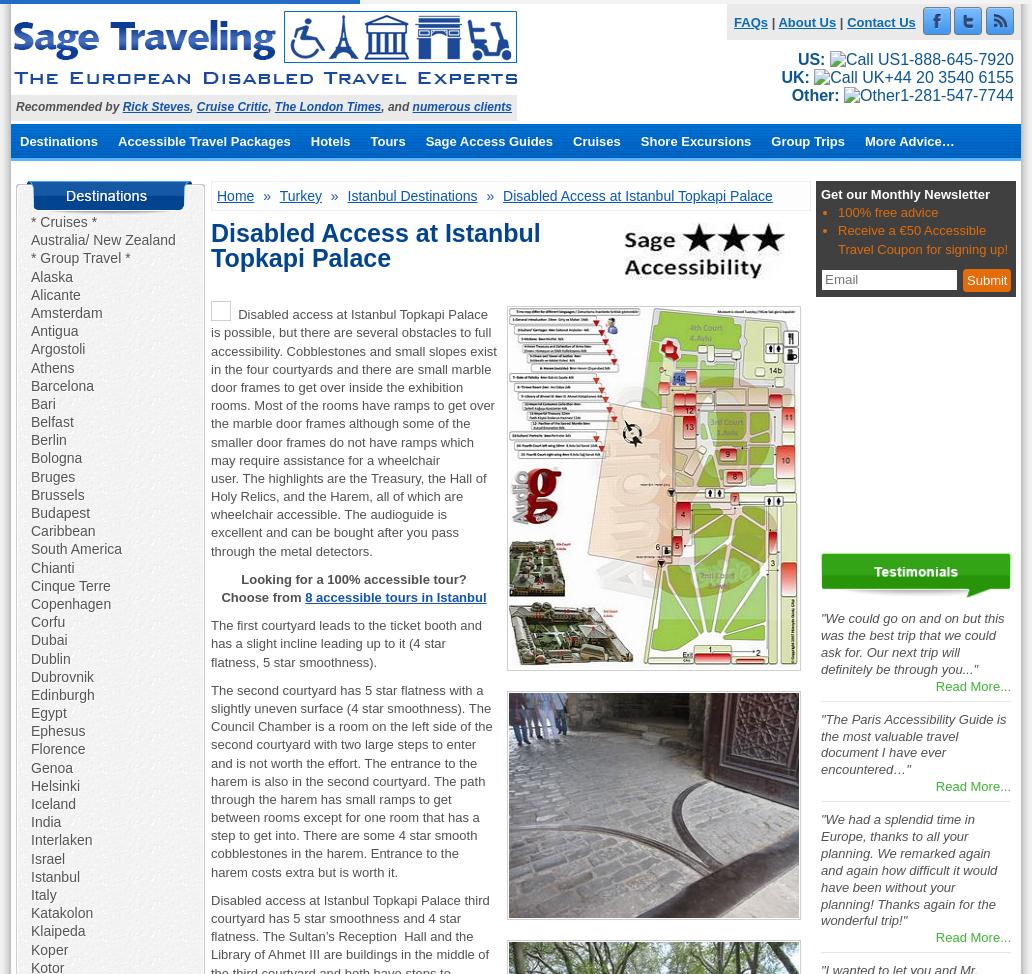 This screenshot has width=1032, height=974. What do you see at coordinates (395, 106) in the screenshot?
I see `', and'` at bounding box center [395, 106].